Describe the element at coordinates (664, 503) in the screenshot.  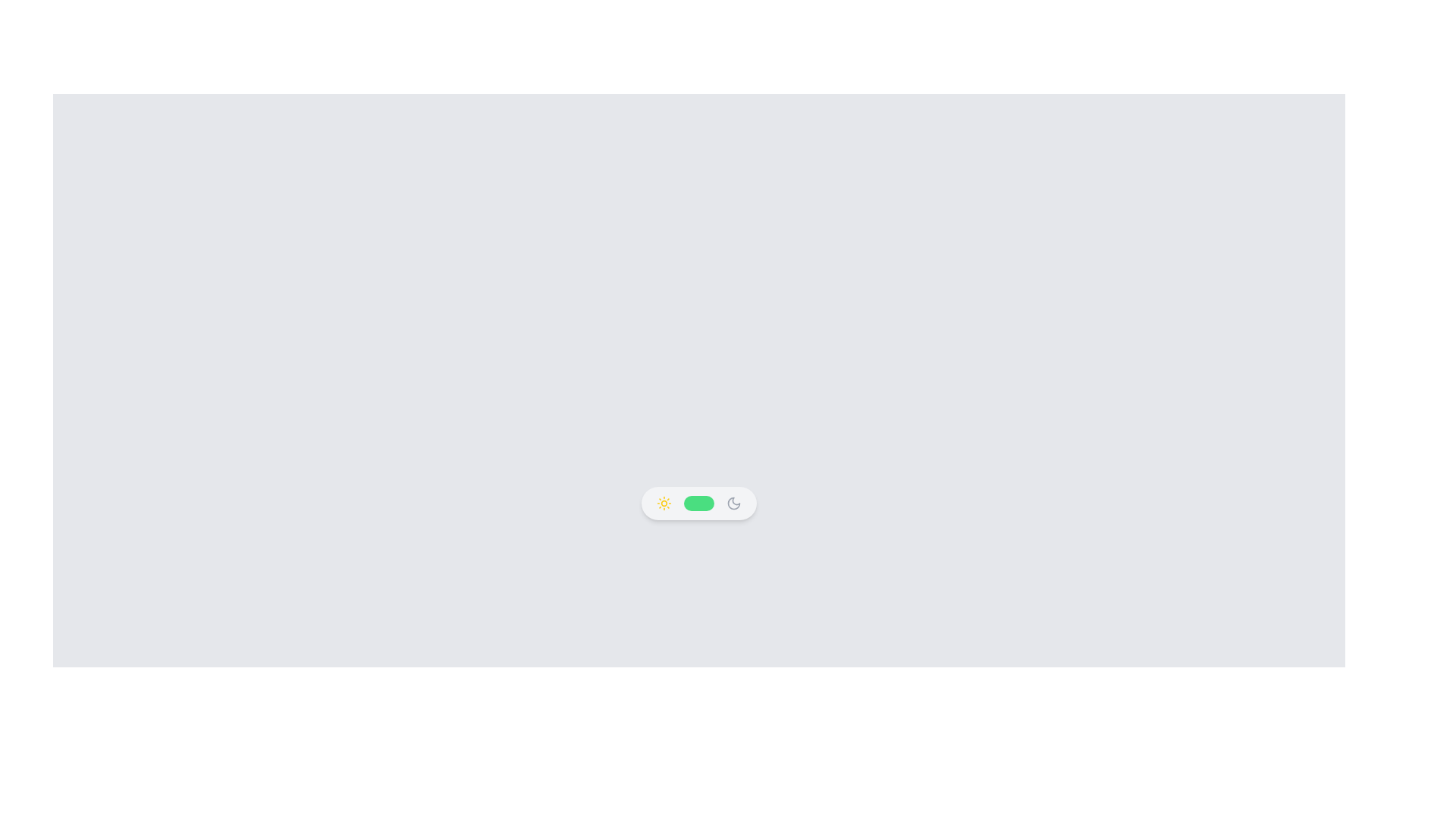
I see `the sun icon, which is a bright yellow circular icon with rays, located on the leftmost side of a horizontal bar` at that location.